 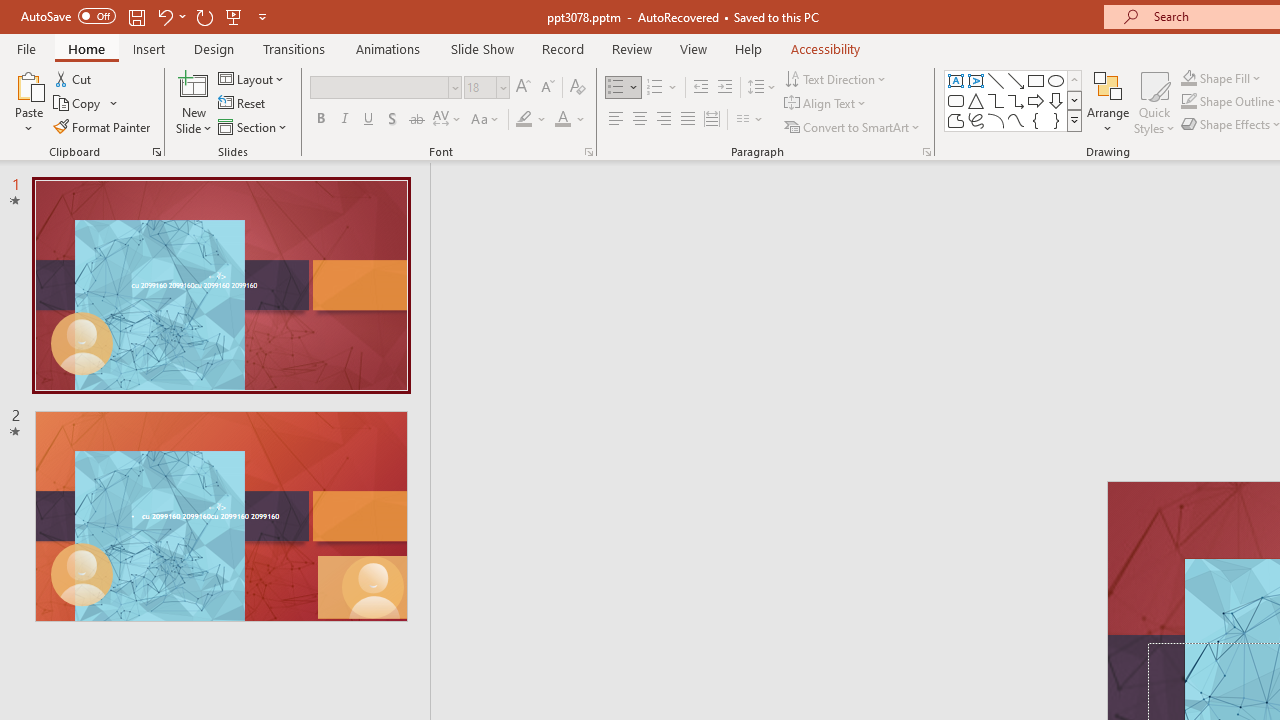 What do you see at coordinates (1189, 77) in the screenshot?
I see `'Shape Fill Dark Green, Accent 2'` at bounding box center [1189, 77].